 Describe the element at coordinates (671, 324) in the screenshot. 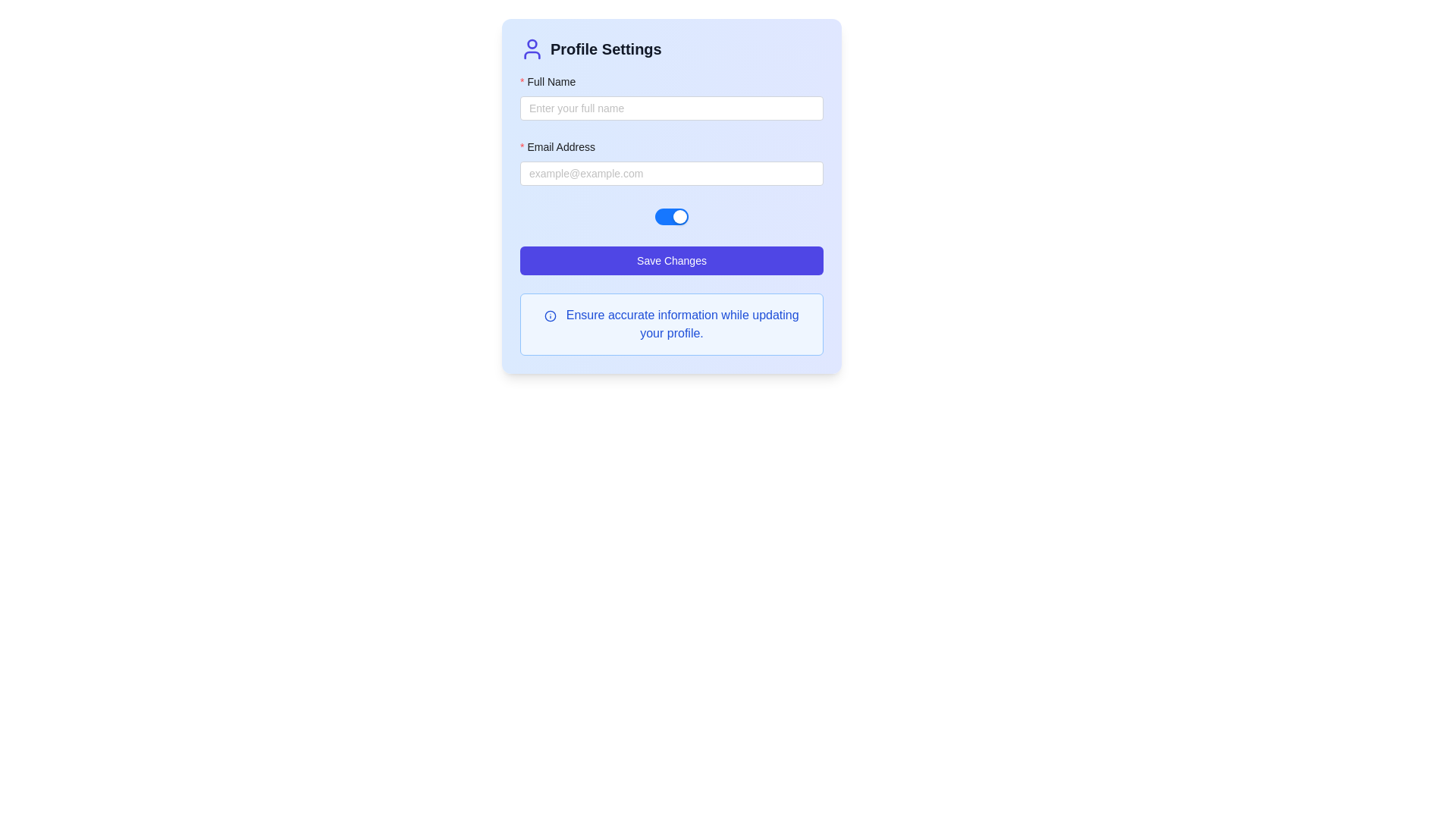

I see `the Informational Notification Box located at the bottom of the 'Profile Settings' card by clicking on it` at that location.